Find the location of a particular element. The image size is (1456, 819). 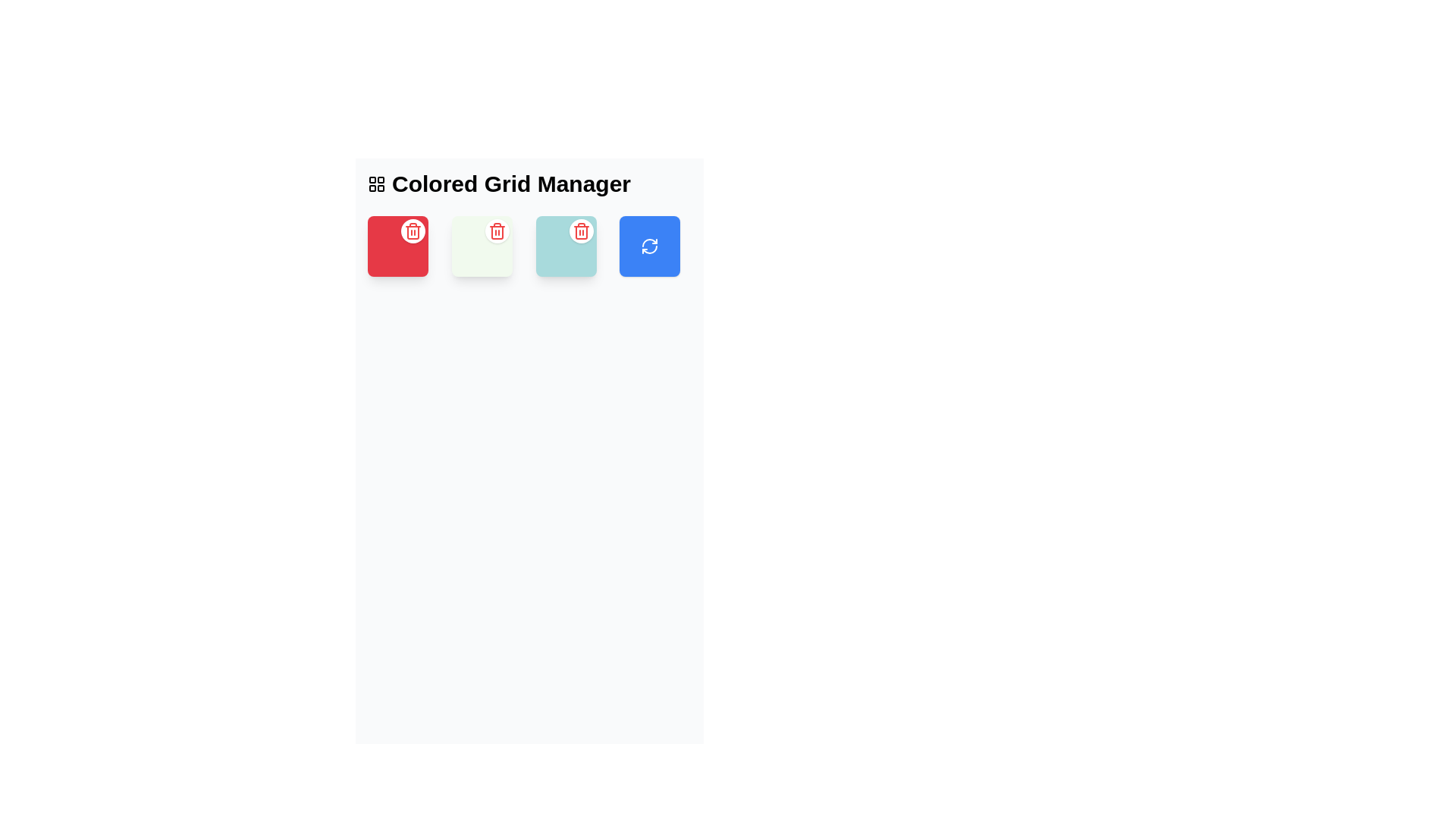

the delete icon button located at the top-right corner of the third grid item with a cyan background is located at coordinates (580, 231).